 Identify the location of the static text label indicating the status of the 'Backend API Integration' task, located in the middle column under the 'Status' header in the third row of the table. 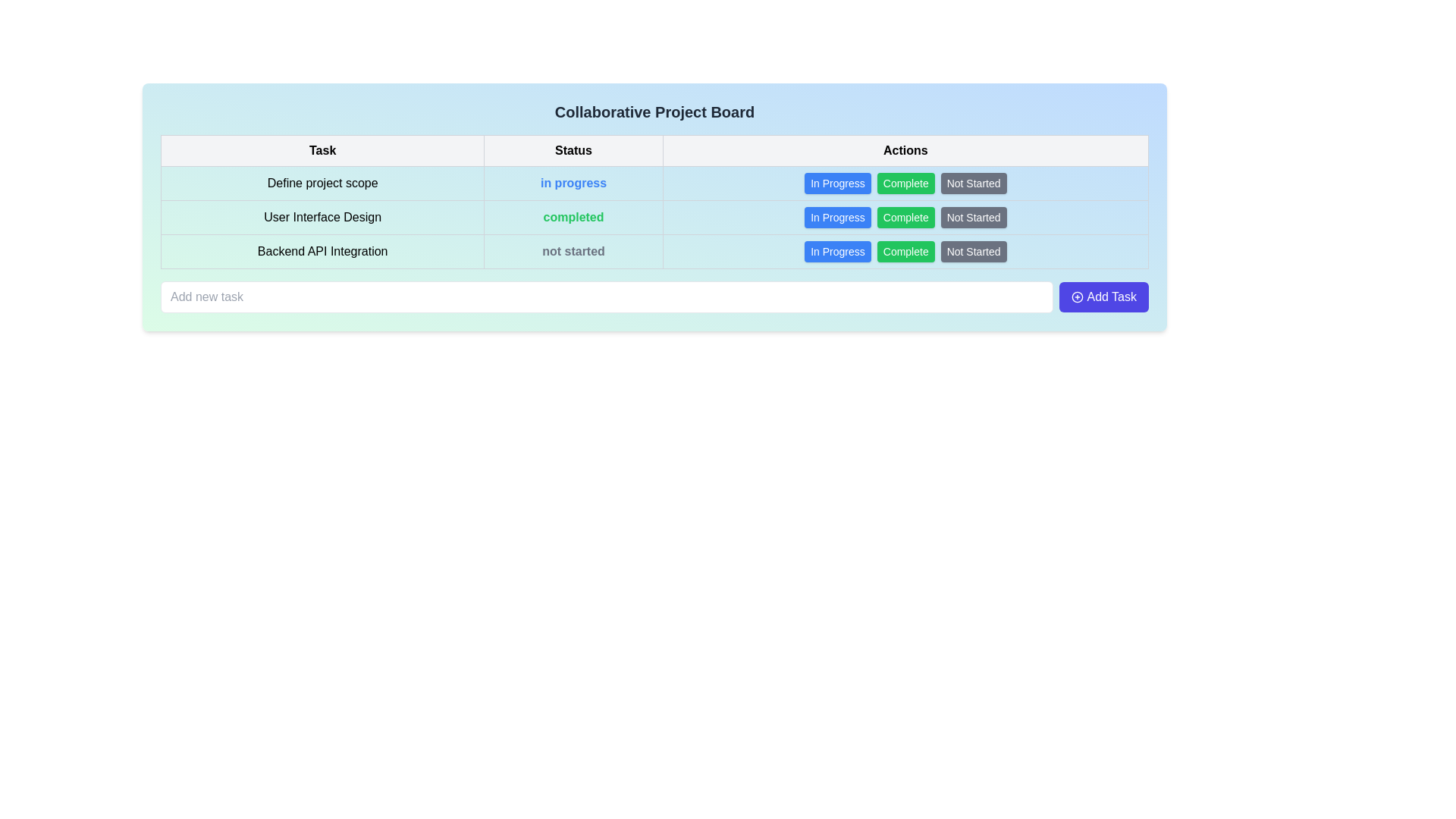
(573, 250).